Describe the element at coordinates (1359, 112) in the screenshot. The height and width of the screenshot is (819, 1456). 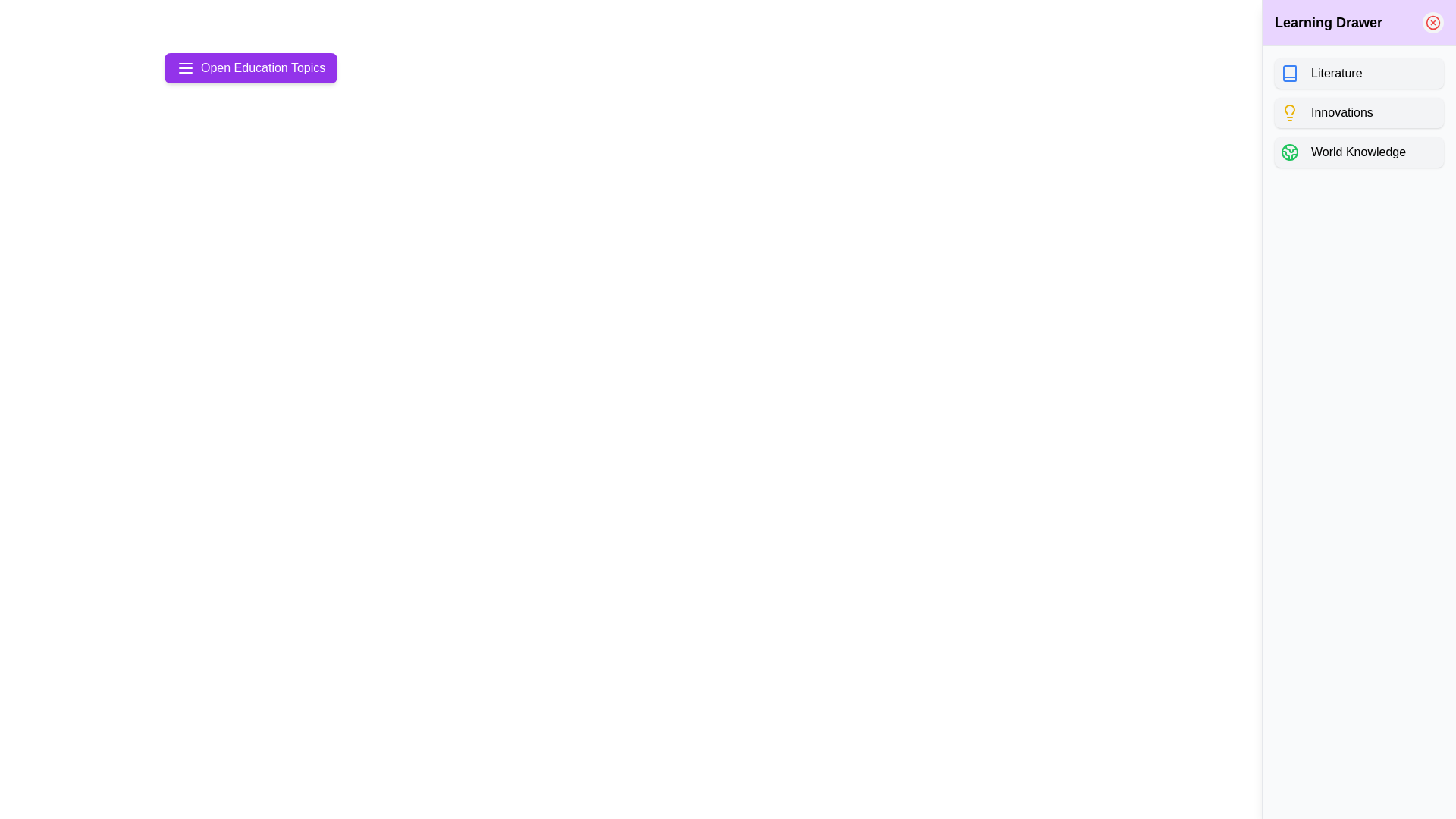
I see `the topic button labeled Innovations` at that location.